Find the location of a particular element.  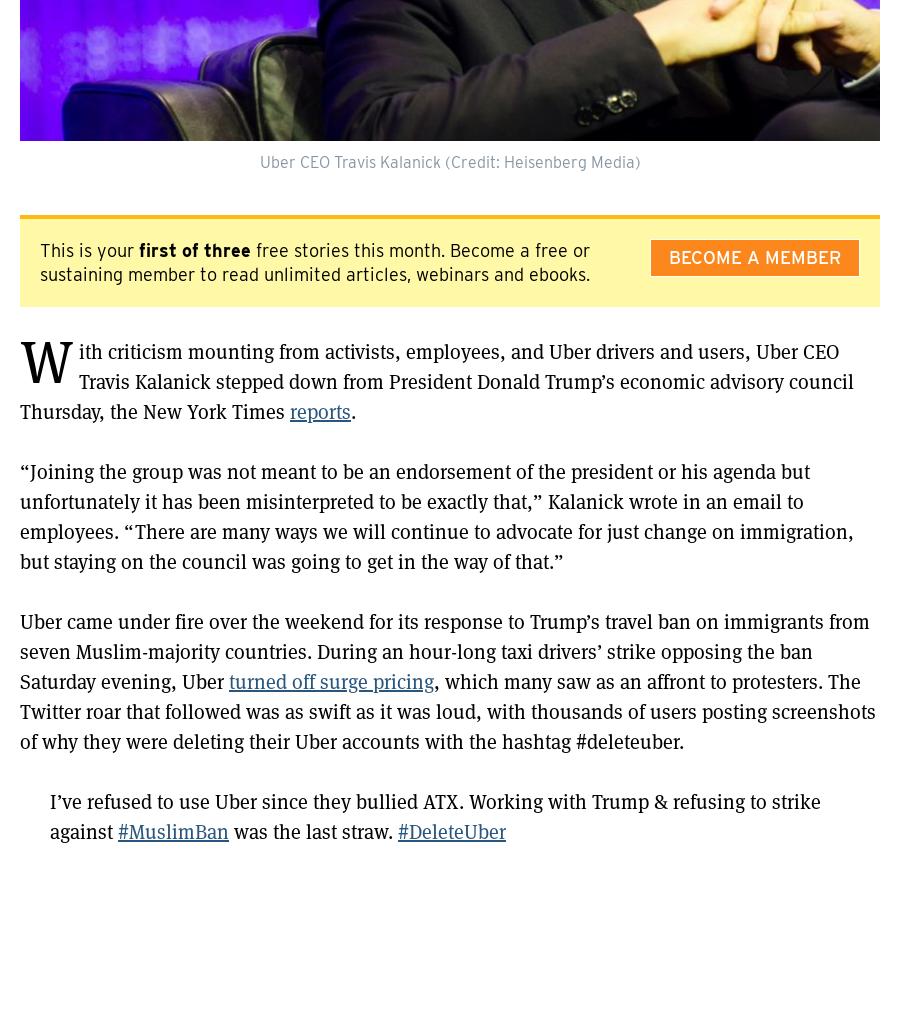

'first of three' is located at coordinates (195, 250).